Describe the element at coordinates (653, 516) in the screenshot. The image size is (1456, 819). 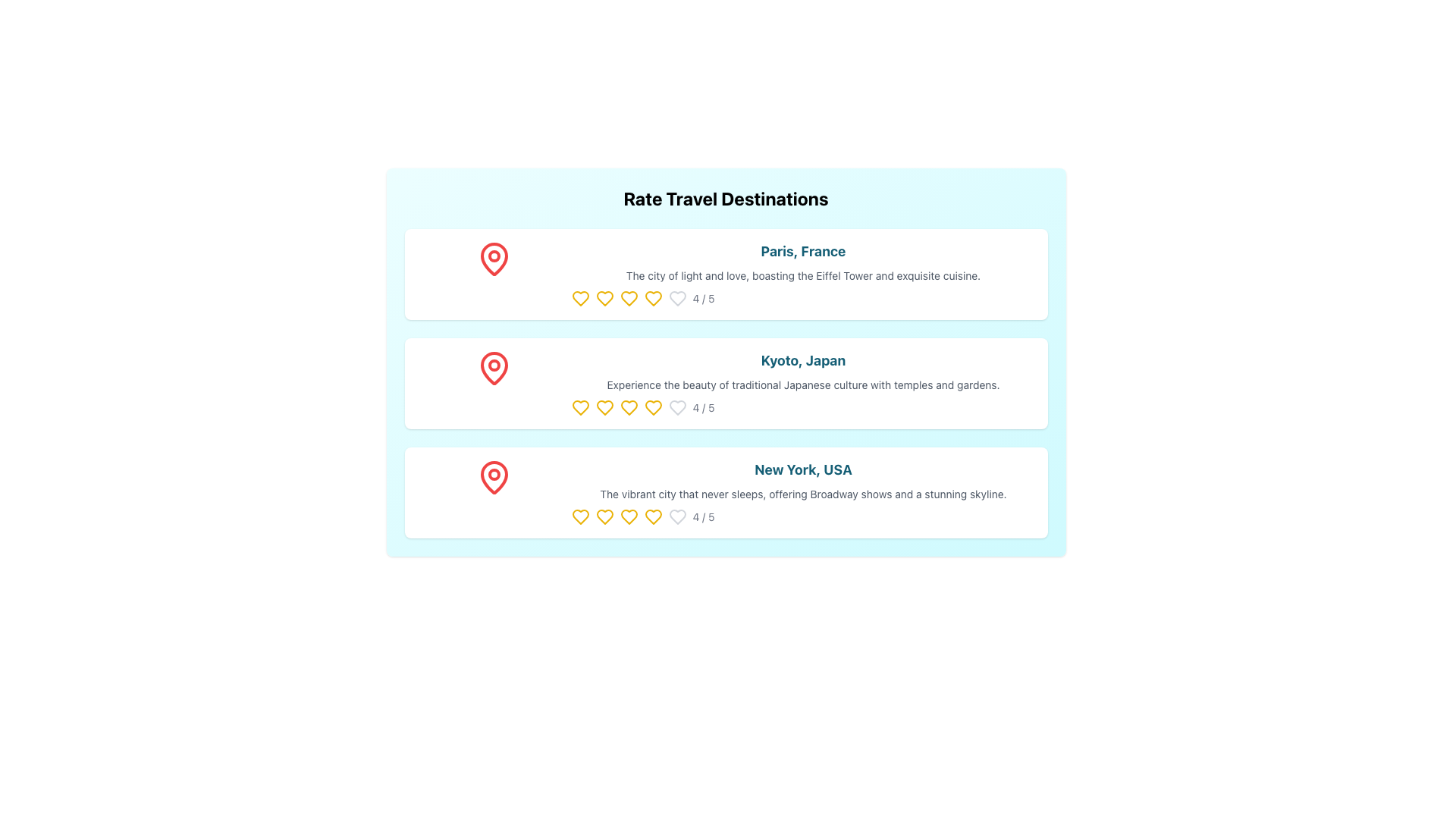
I see `the fourth heart-shaped icon with a yellow outline below the text 'New York, USA'` at that location.